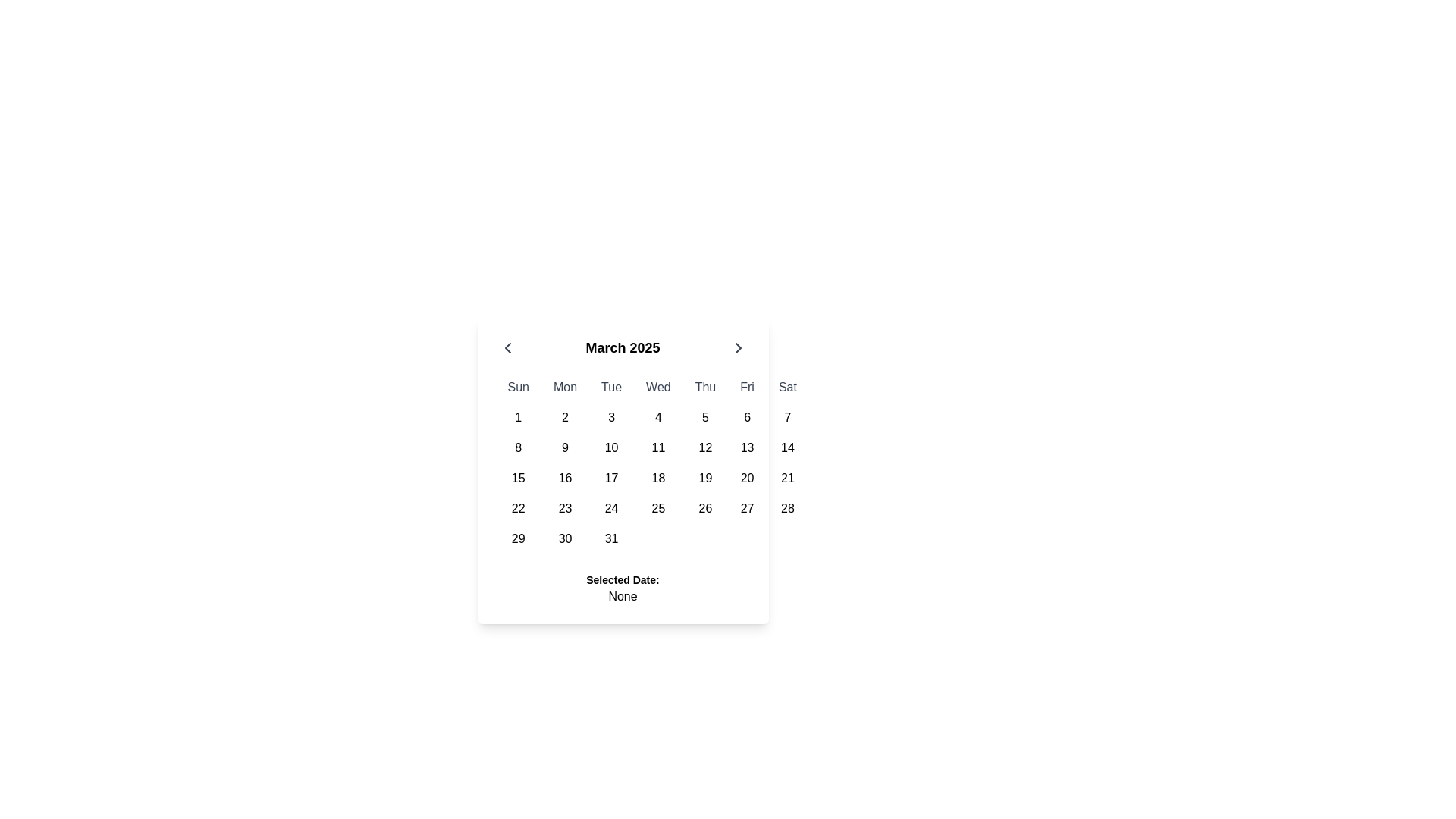 Image resolution: width=1456 pixels, height=819 pixels. I want to click on the rectangular button labeled '29' with bold black text, located in the bottom row of the calendar grid, so click(518, 538).